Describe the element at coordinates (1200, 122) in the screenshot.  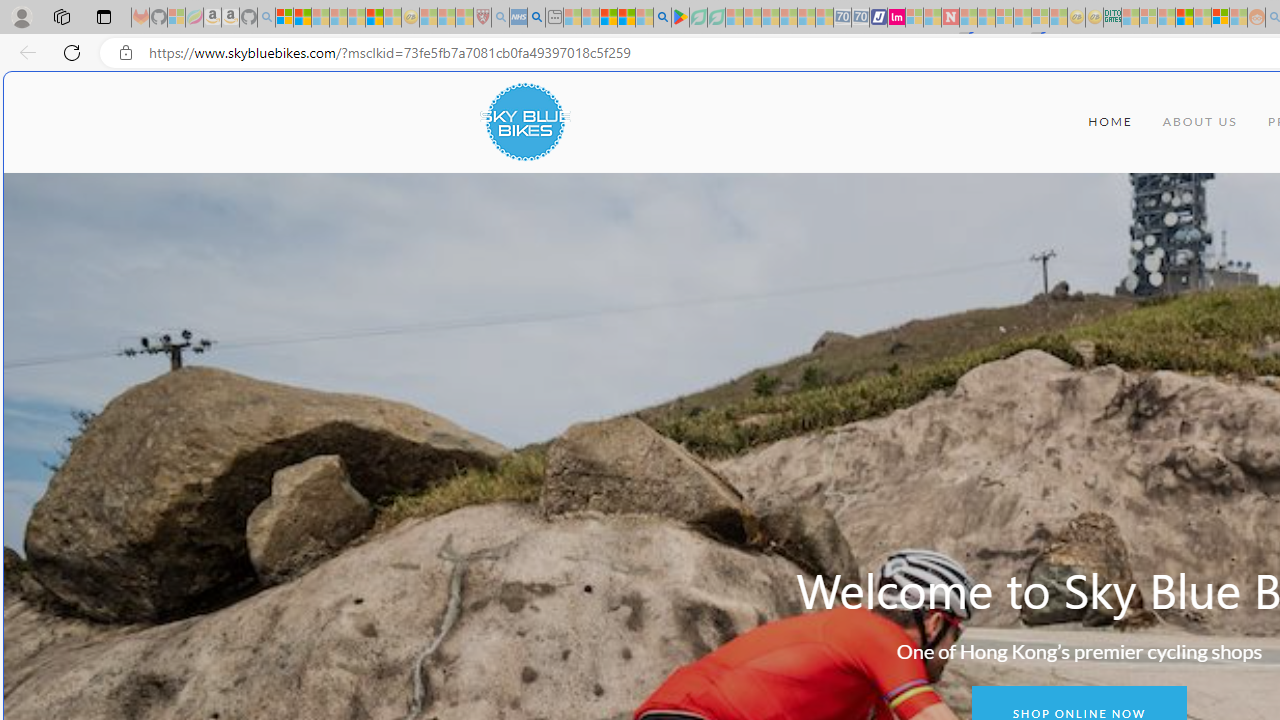
I see `'ABOUT US'` at that location.